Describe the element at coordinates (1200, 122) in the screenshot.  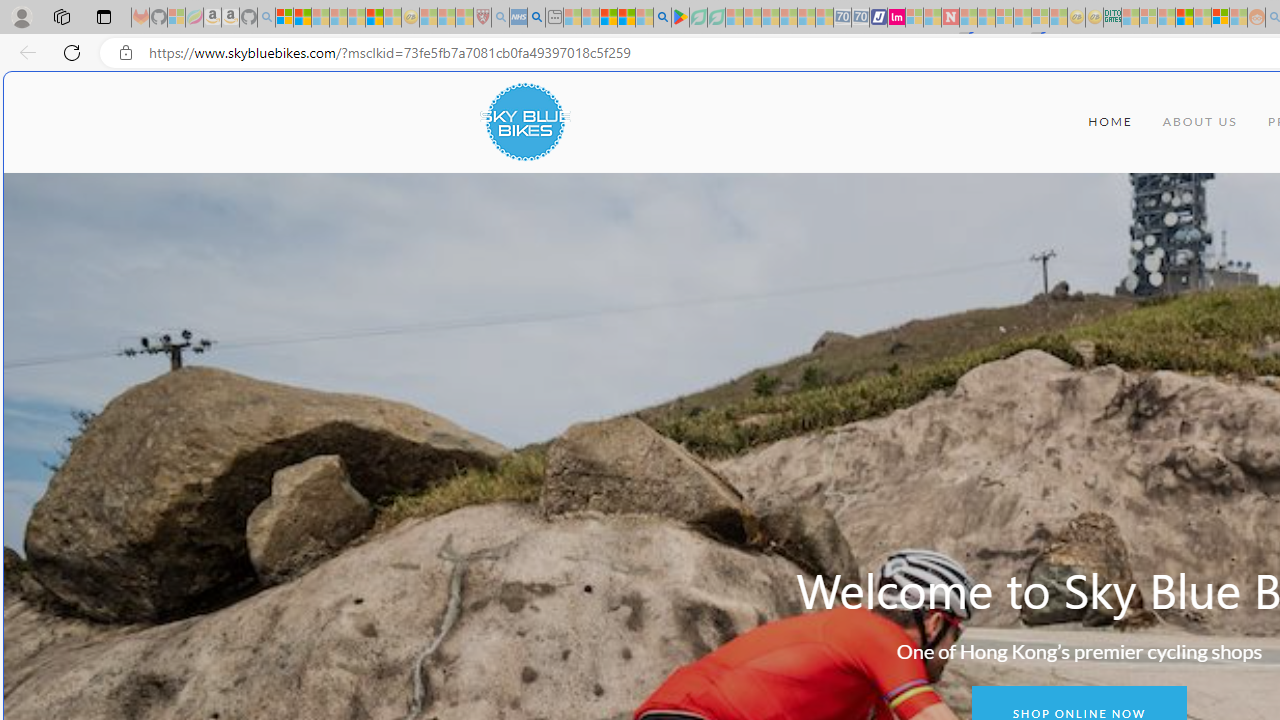
I see `'ABOUT US'` at that location.